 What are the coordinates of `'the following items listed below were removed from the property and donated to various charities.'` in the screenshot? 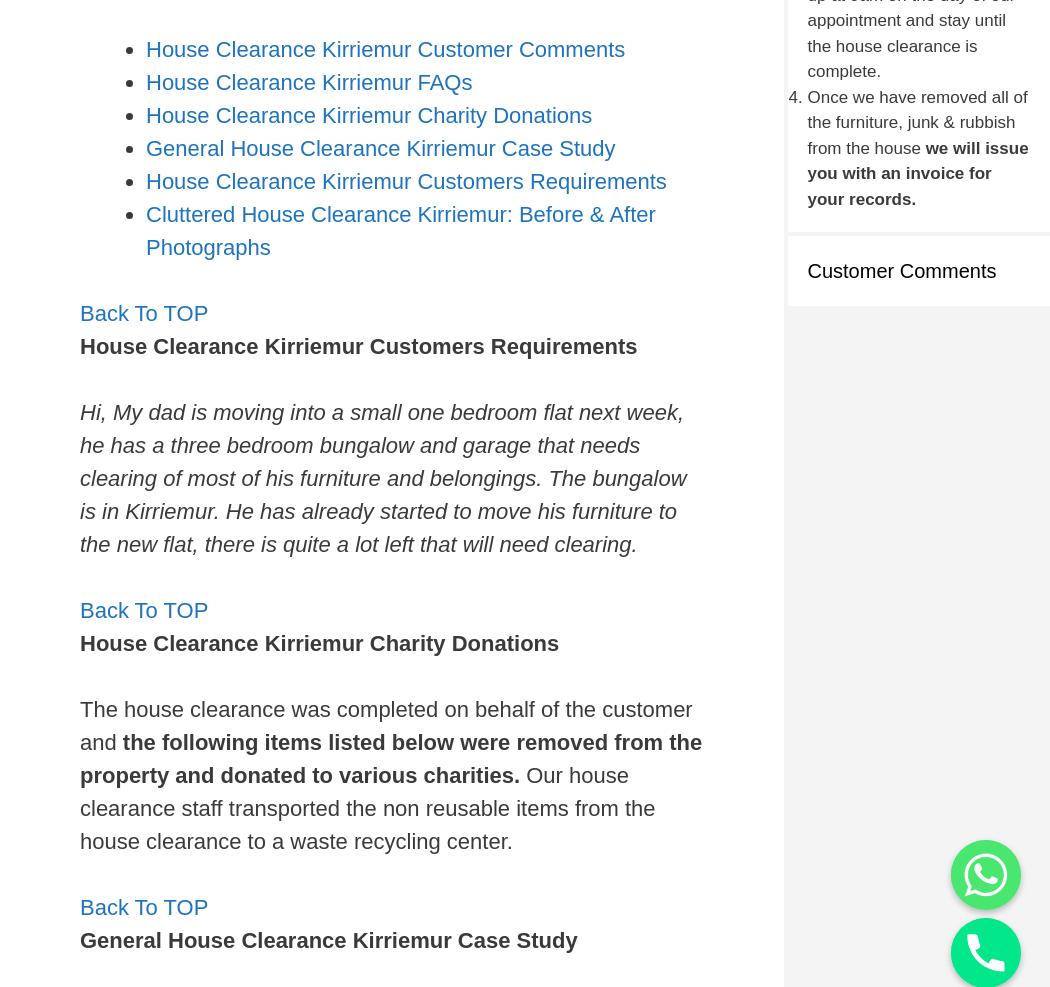 It's located at (80, 757).